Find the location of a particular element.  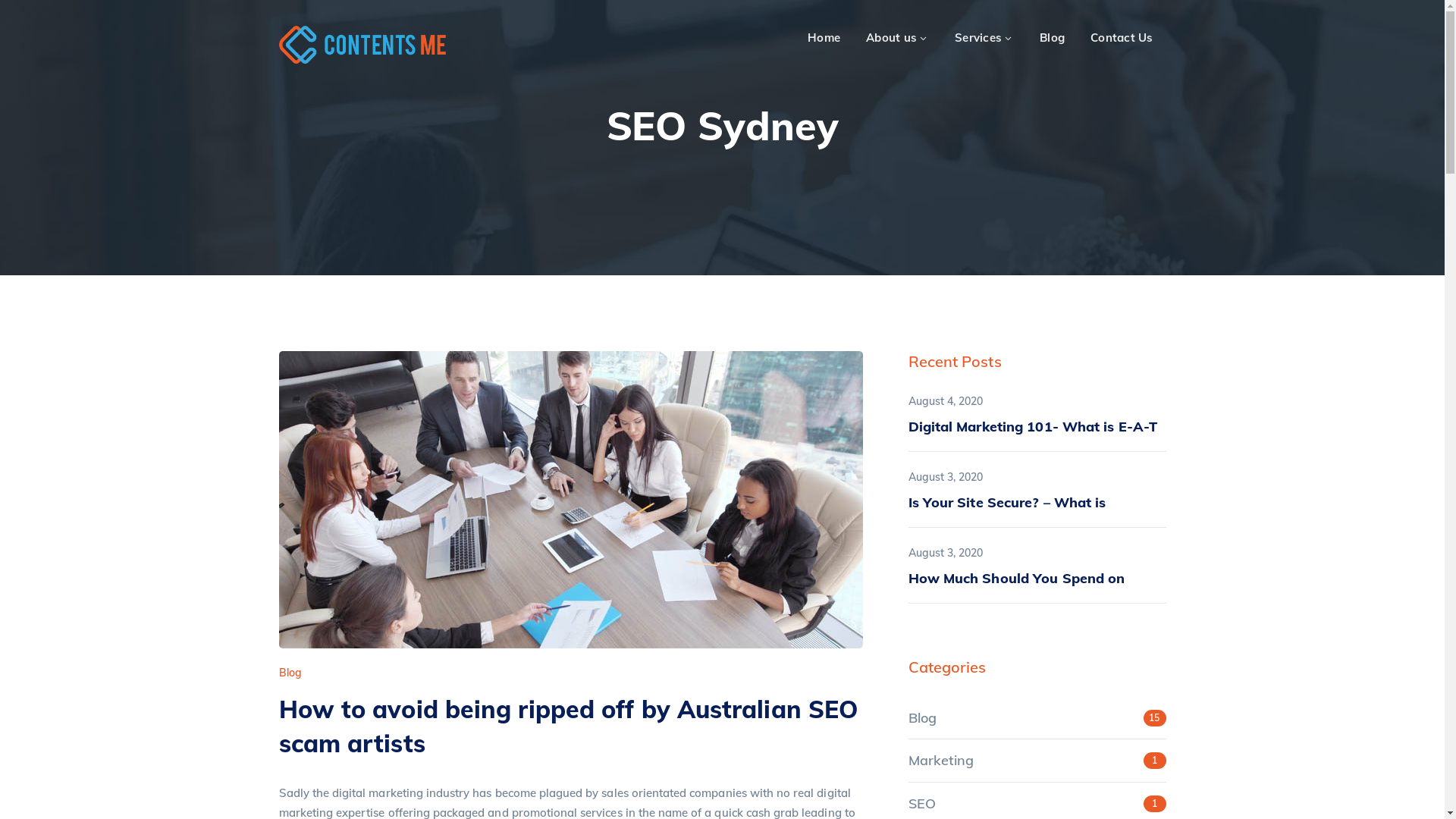

'Services' is located at coordinates (984, 37).